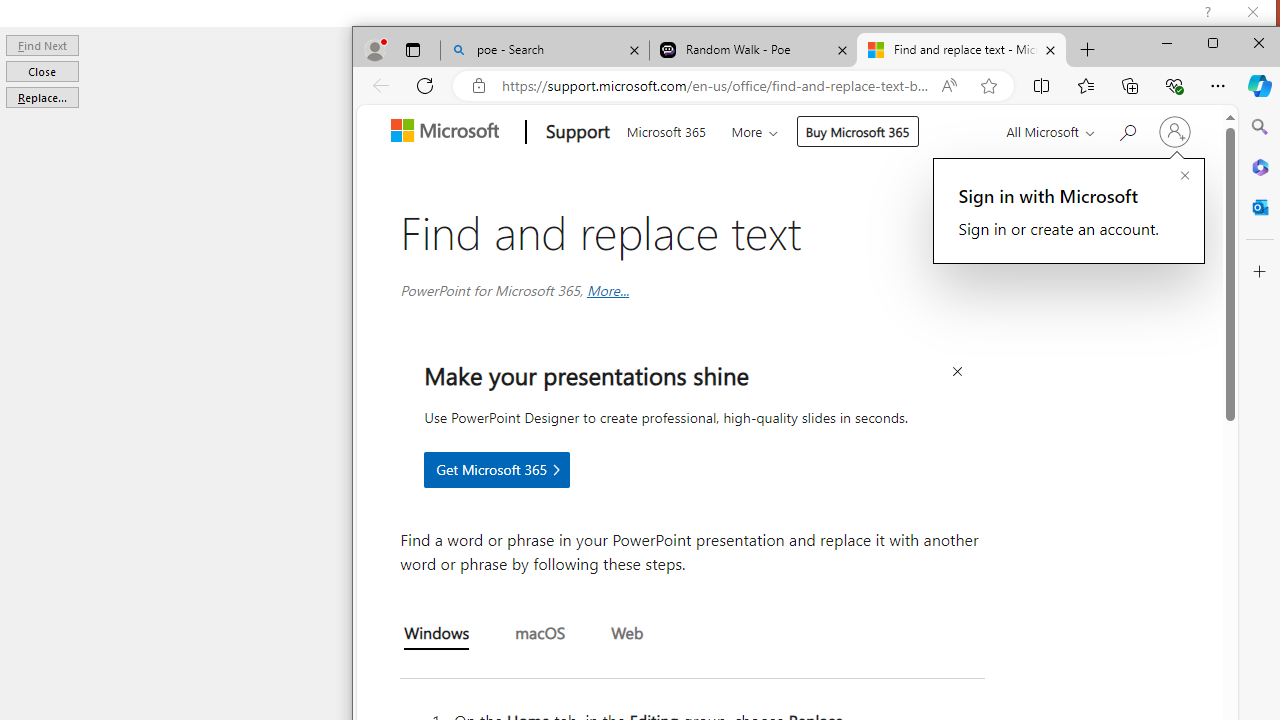 This screenshot has height=720, width=1280. What do you see at coordinates (1049, 49) in the screenshot?
I see `'Close tab'` at bounding box center [1049, 49].